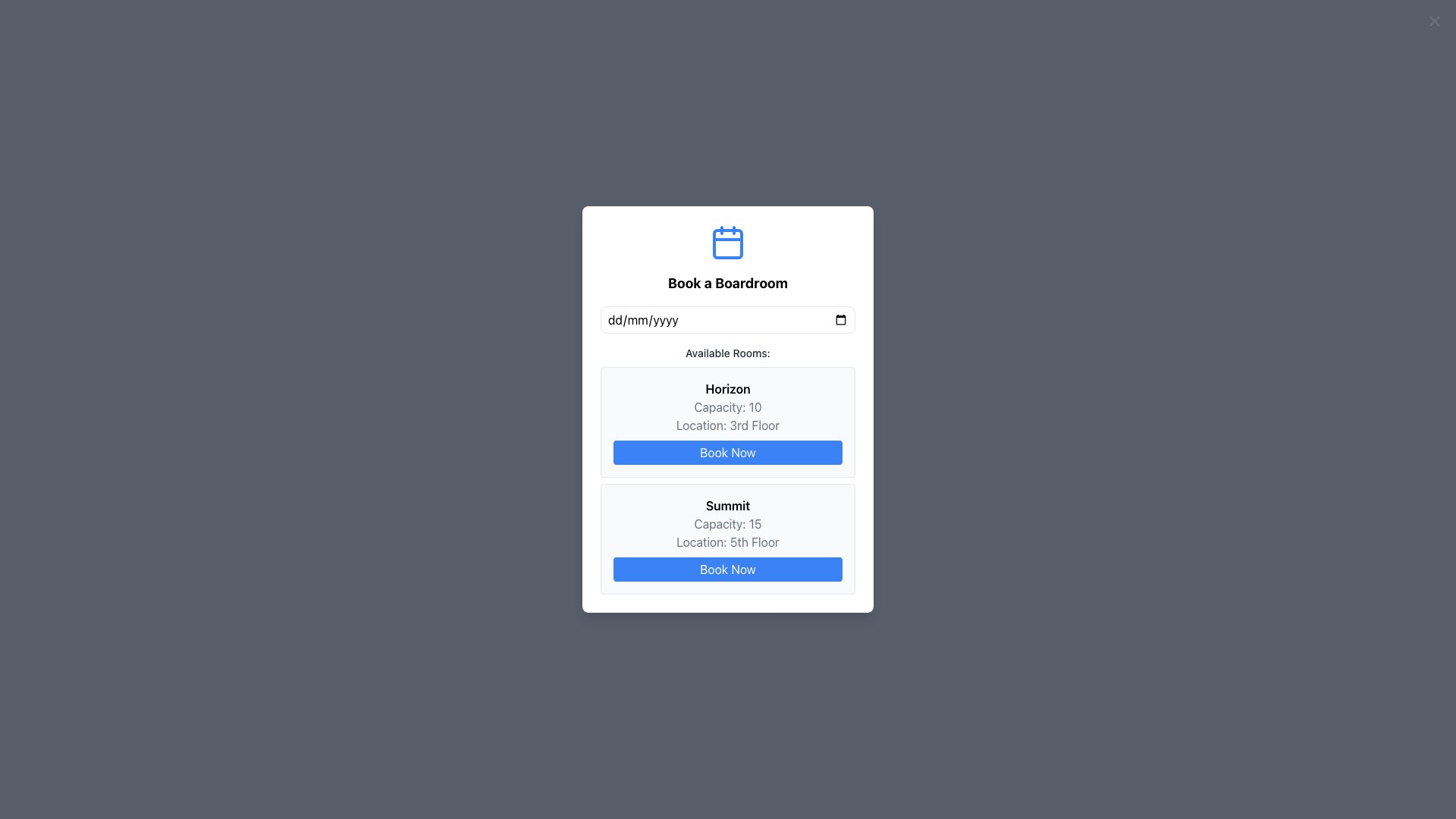 The image size is (1456, 819). Describe the element at coordinates (728, 425) in the screenshot. I see `the static text label displaying 'Location: 3rd Floor', which is positioned below the 'Capacity: 10' label and above the 'Book Now' button in the room details card for the 'Horizon' boardroom` at that location.